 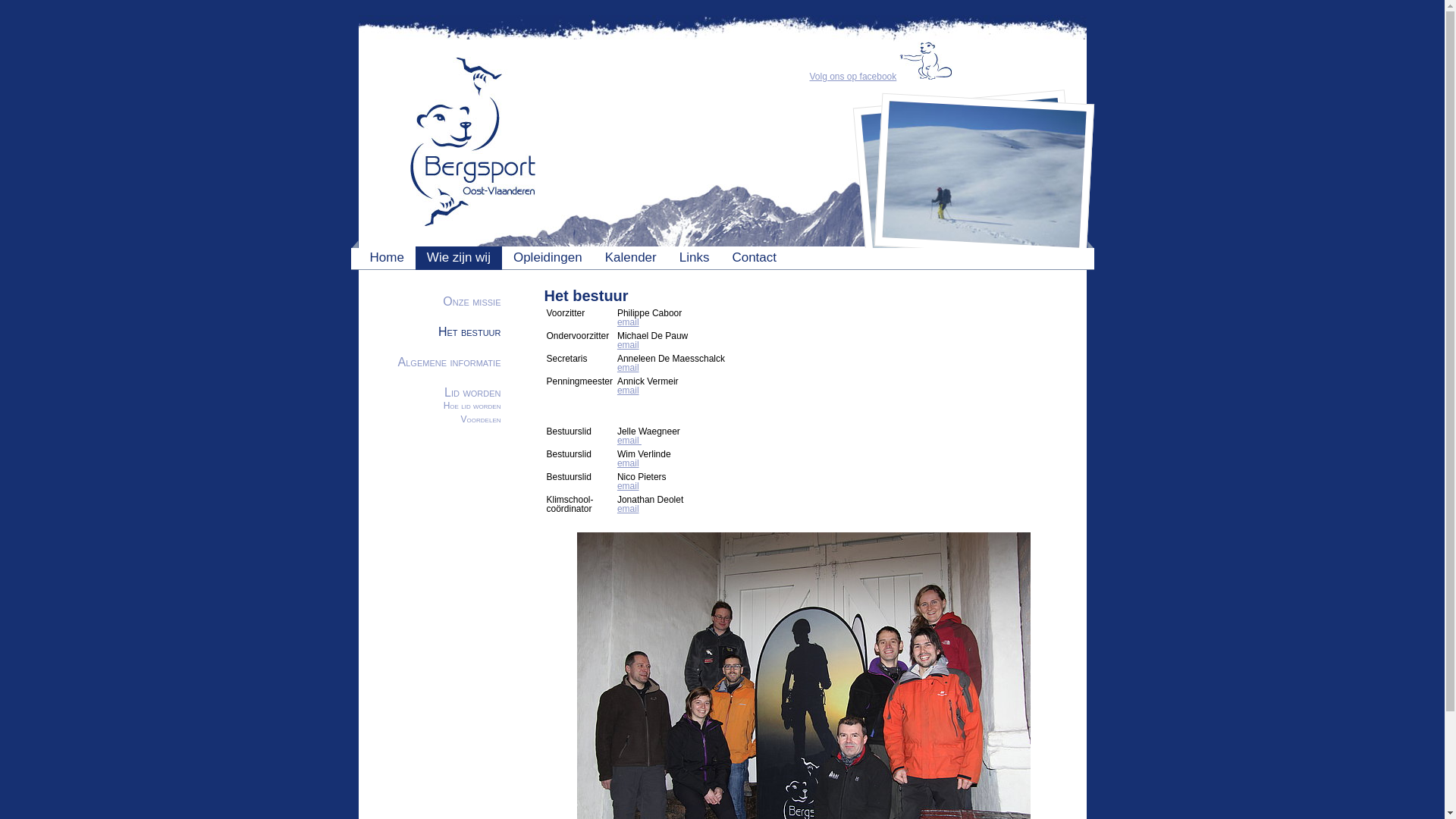 What do you see at coordinates (471, 301) in the screenshot?
I see `'Onze missie'` at bounding box center [471, 301].